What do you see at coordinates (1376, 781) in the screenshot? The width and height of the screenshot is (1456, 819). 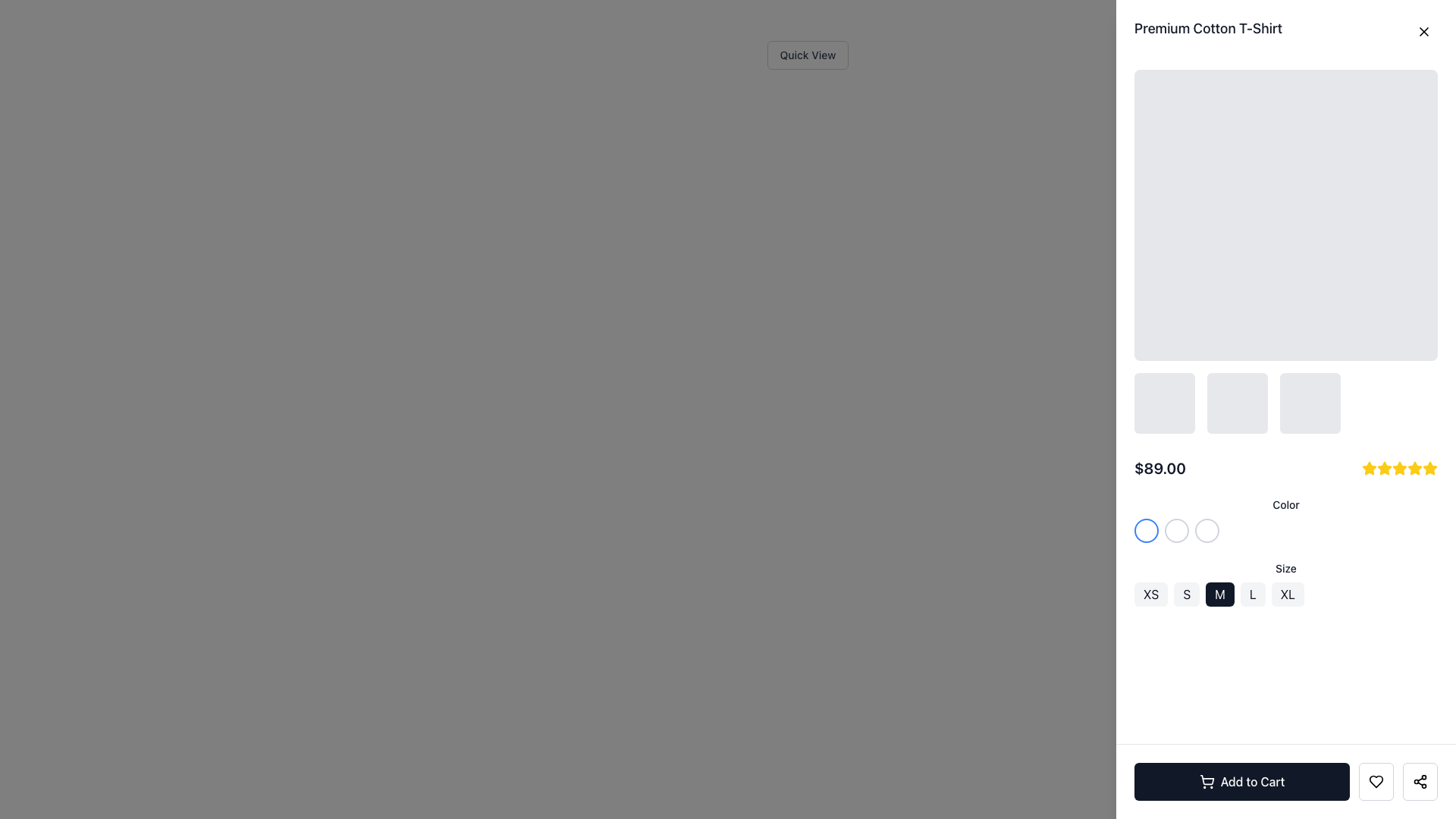 I see `the 'Add to Wishlist' button located to the right of the 'Add to Cart' button` at bounding box center [1376, 781].